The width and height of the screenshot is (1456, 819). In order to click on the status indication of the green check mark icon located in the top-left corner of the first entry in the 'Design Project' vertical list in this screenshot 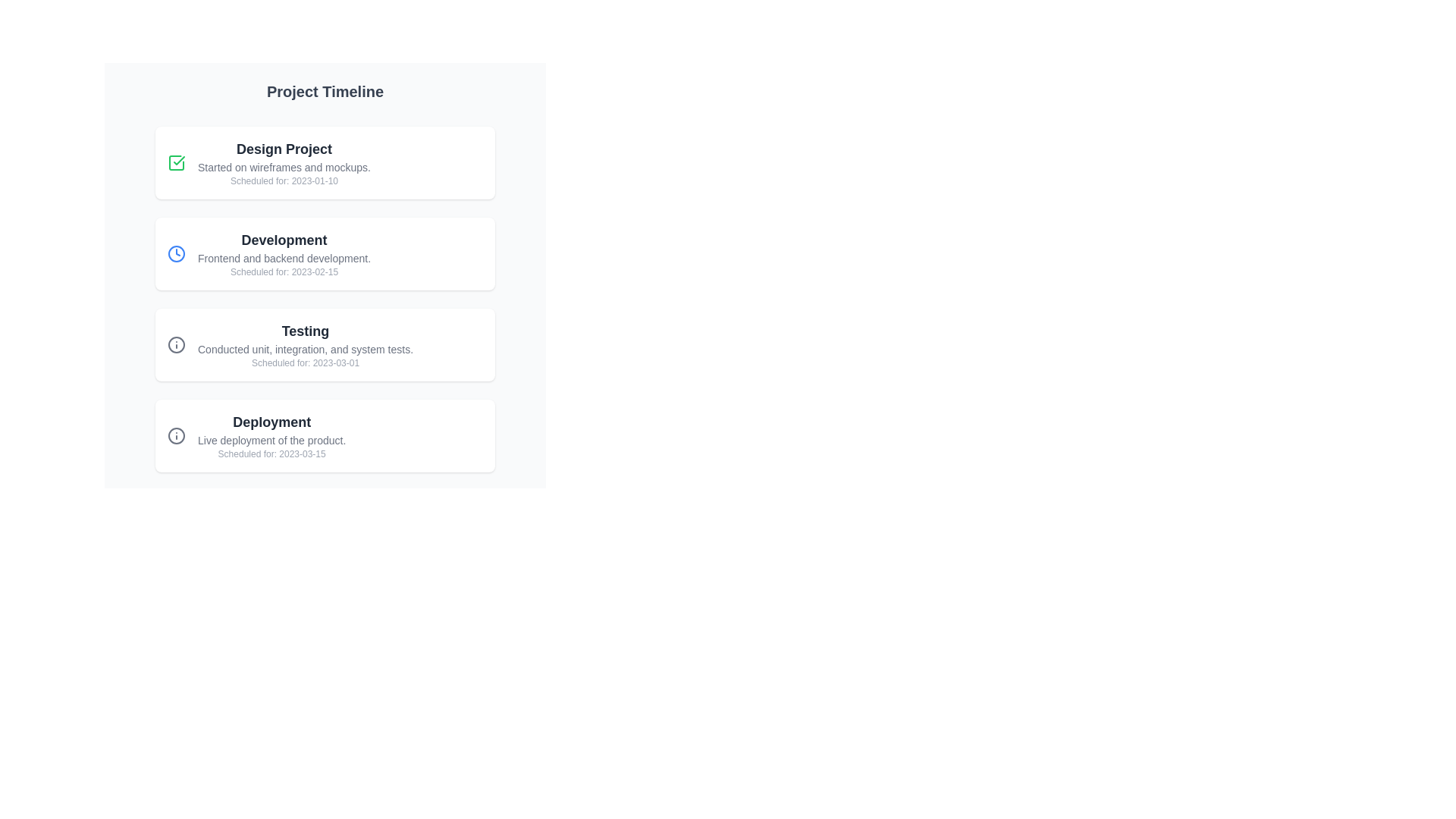, I will do `click(177, 163)`.